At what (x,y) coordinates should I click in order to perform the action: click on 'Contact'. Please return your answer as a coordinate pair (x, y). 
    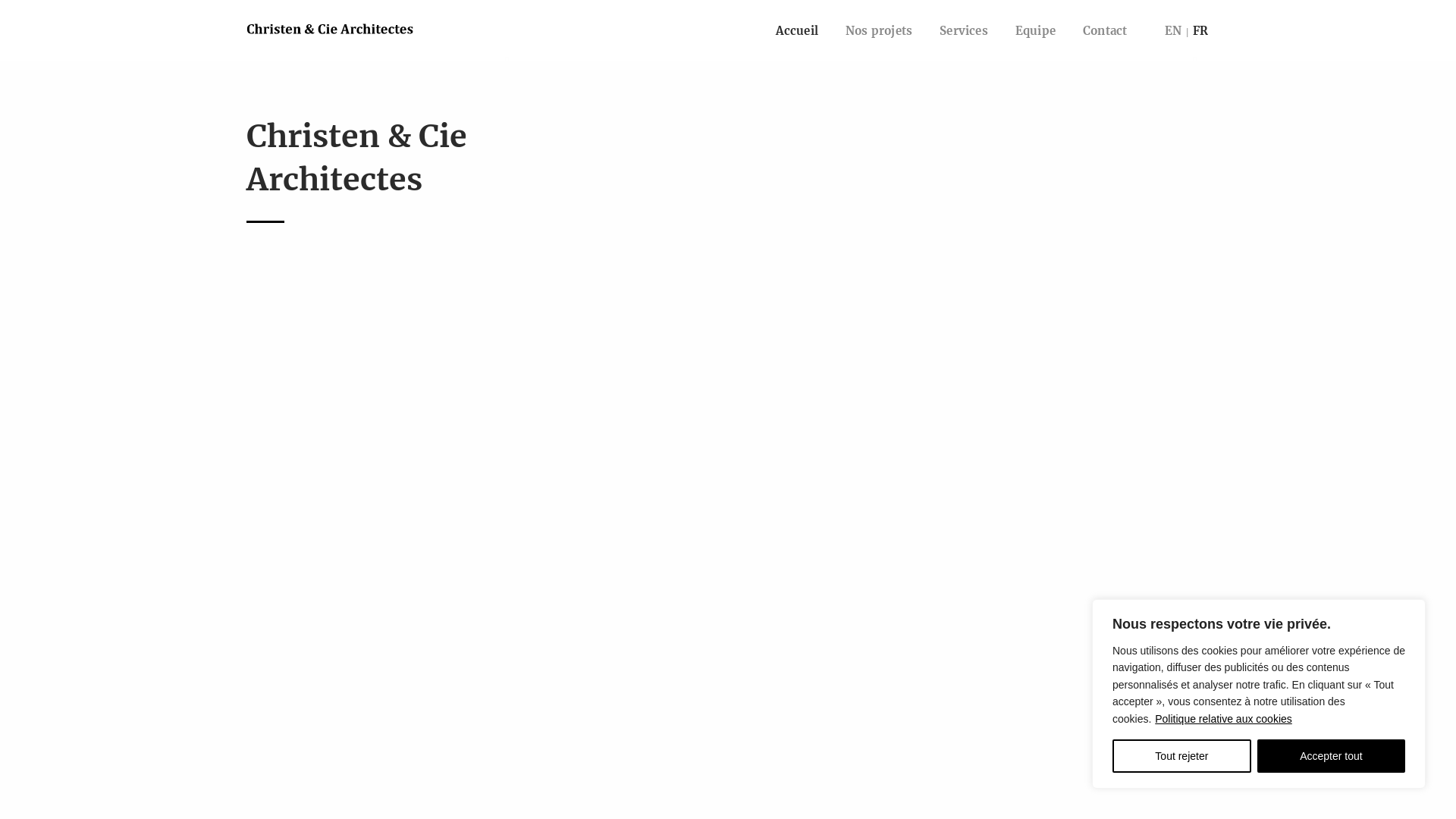
    Looking at the image, I should click on (1068, 30).